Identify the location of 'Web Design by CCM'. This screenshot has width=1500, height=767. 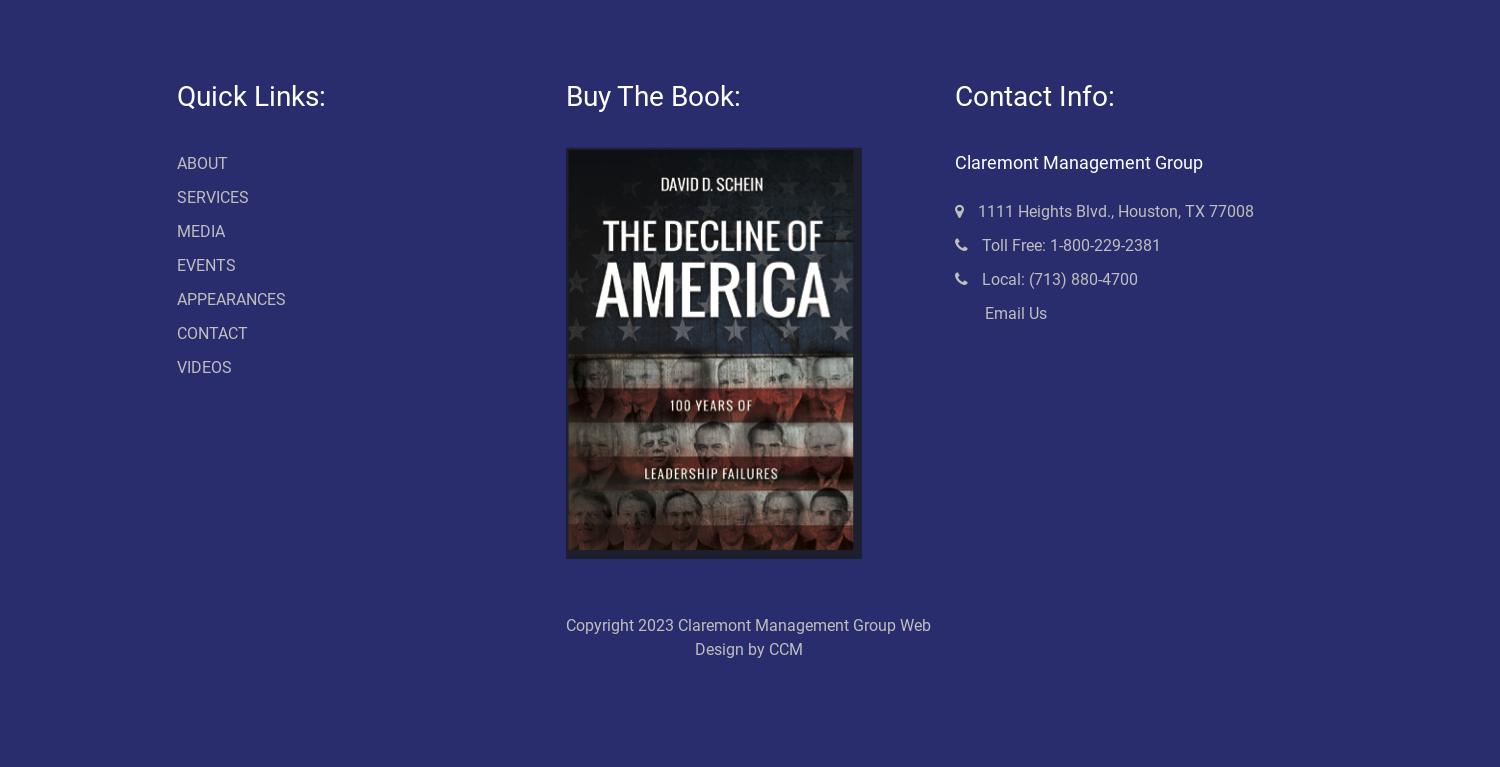
(812, 636).